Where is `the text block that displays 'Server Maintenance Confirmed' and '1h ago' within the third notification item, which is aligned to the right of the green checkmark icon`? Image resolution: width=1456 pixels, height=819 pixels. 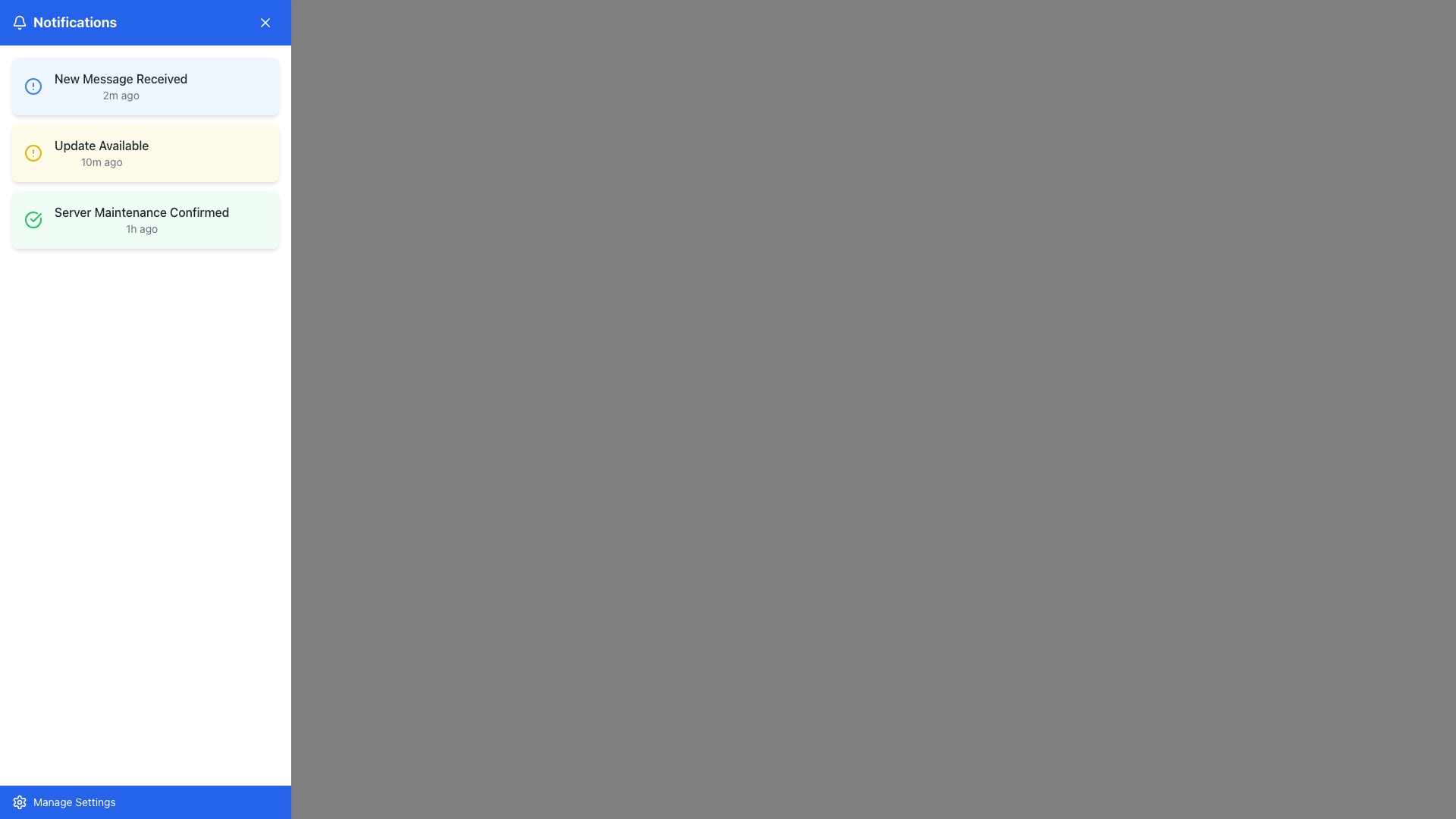 the text block that displays 'Server Maintenance Confirmed' and '1h ago' within the third notification item, which is aligned to the right of the green checkmark icon is located at coordinates (142, 219).